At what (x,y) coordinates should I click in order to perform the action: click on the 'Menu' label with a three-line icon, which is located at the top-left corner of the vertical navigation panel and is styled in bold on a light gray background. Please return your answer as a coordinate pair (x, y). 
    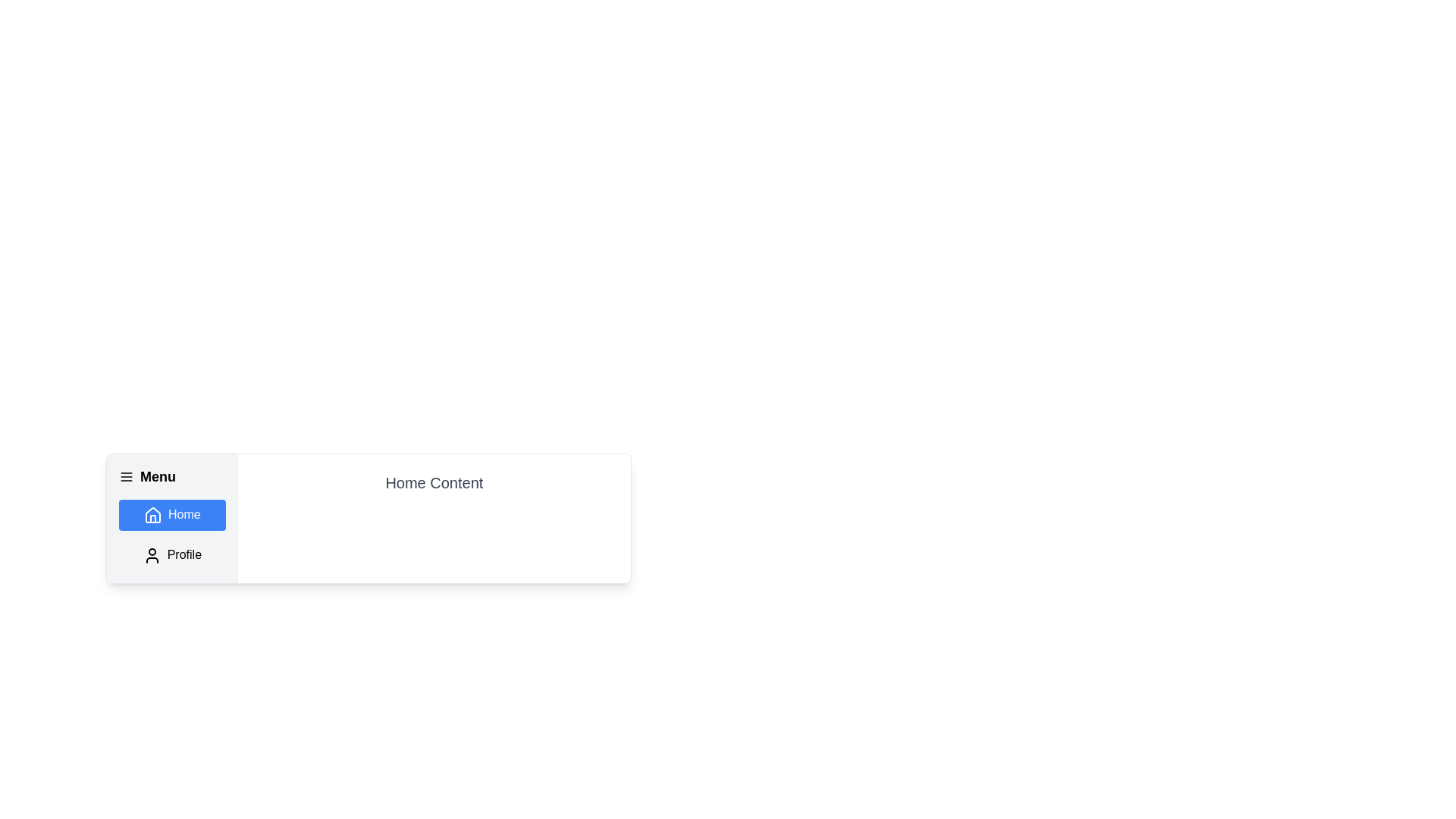
    Looking at the image, I should click on (172, 475).